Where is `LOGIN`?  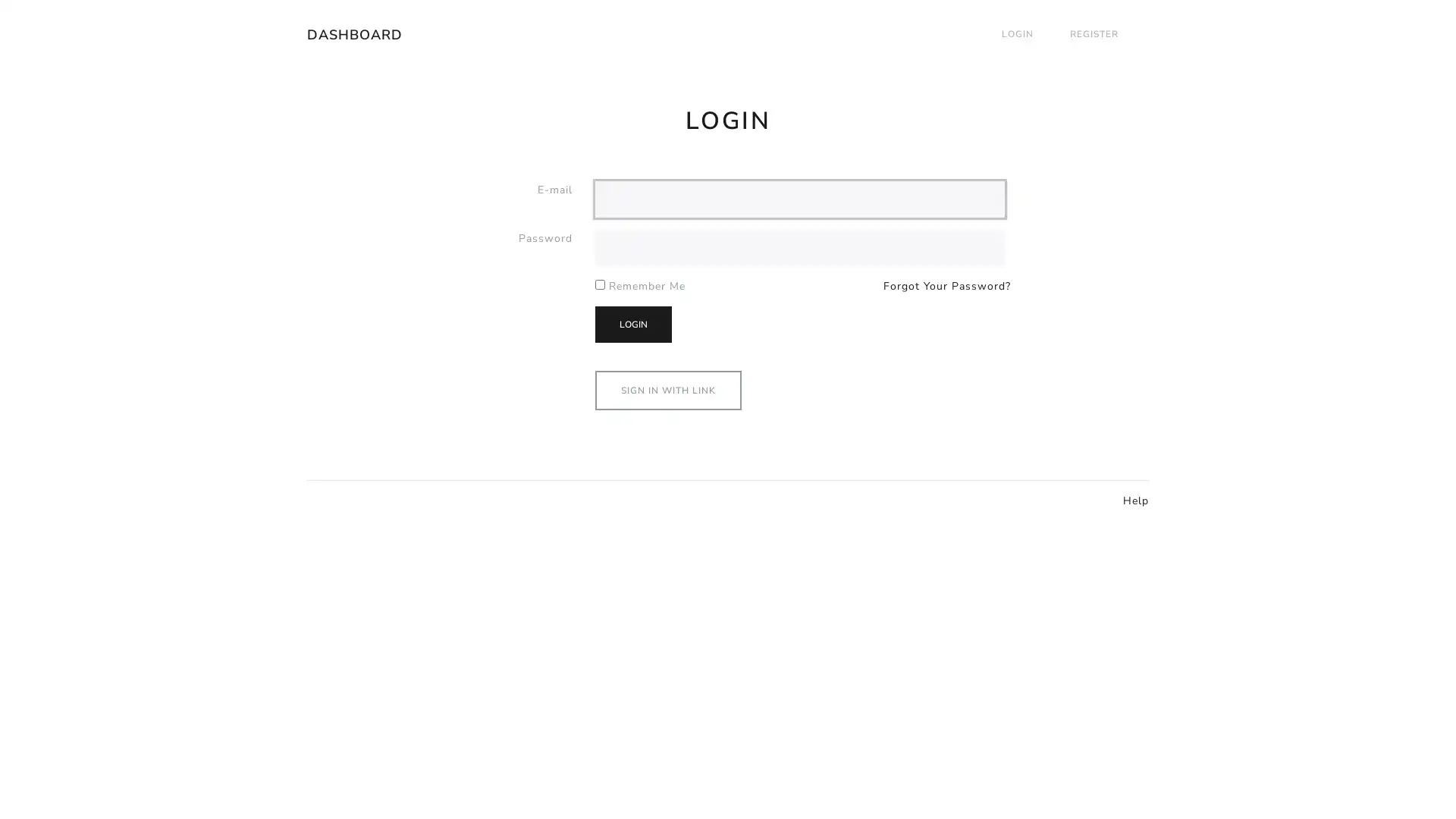 LOGIN is located at coordinates (633, 323).